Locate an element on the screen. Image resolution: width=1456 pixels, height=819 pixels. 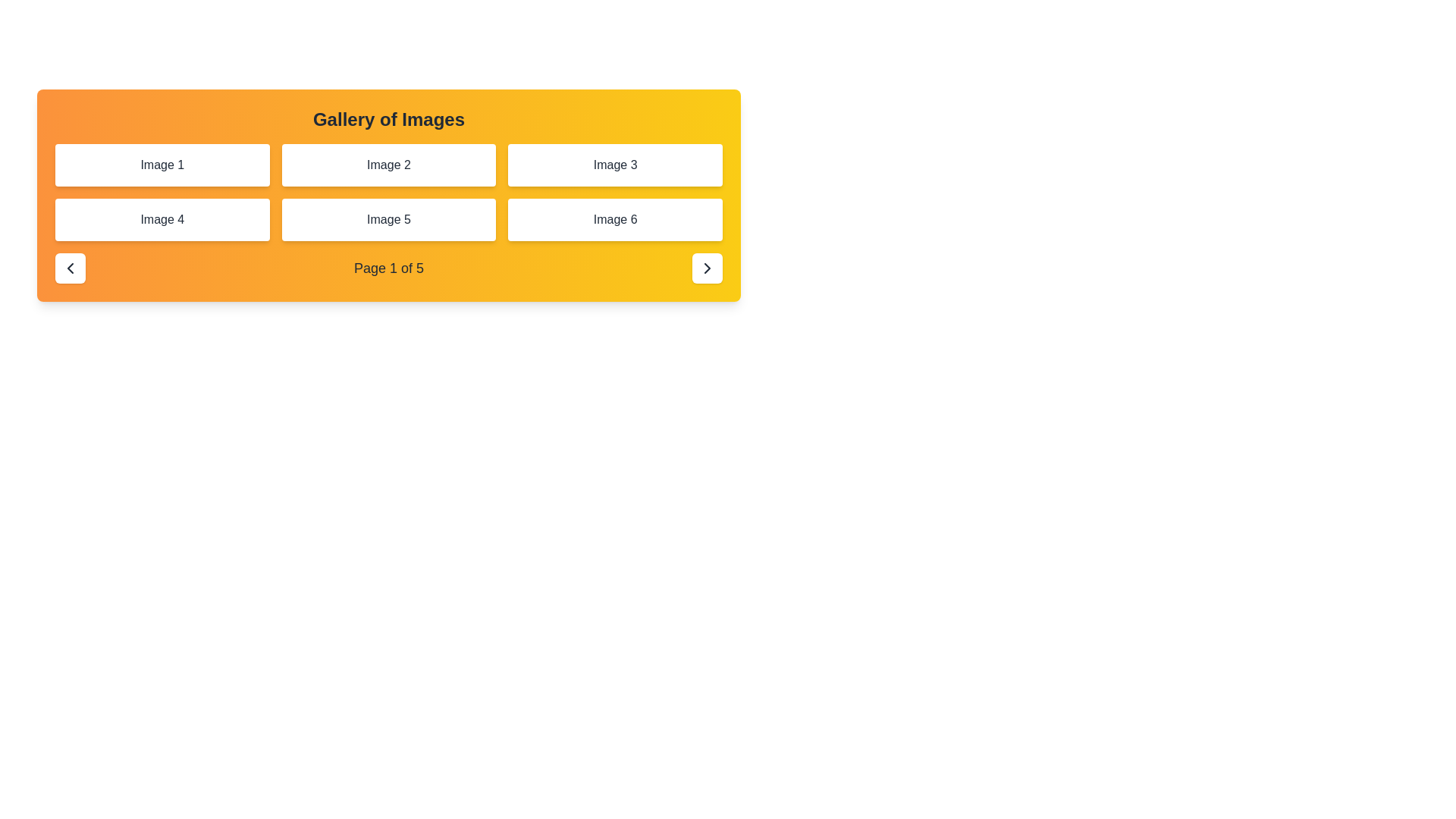
the text label 'Image 4', which is located in the second row, first column of the grid layout, serving as a placeholder for an image is located at coordinates (162, 219).